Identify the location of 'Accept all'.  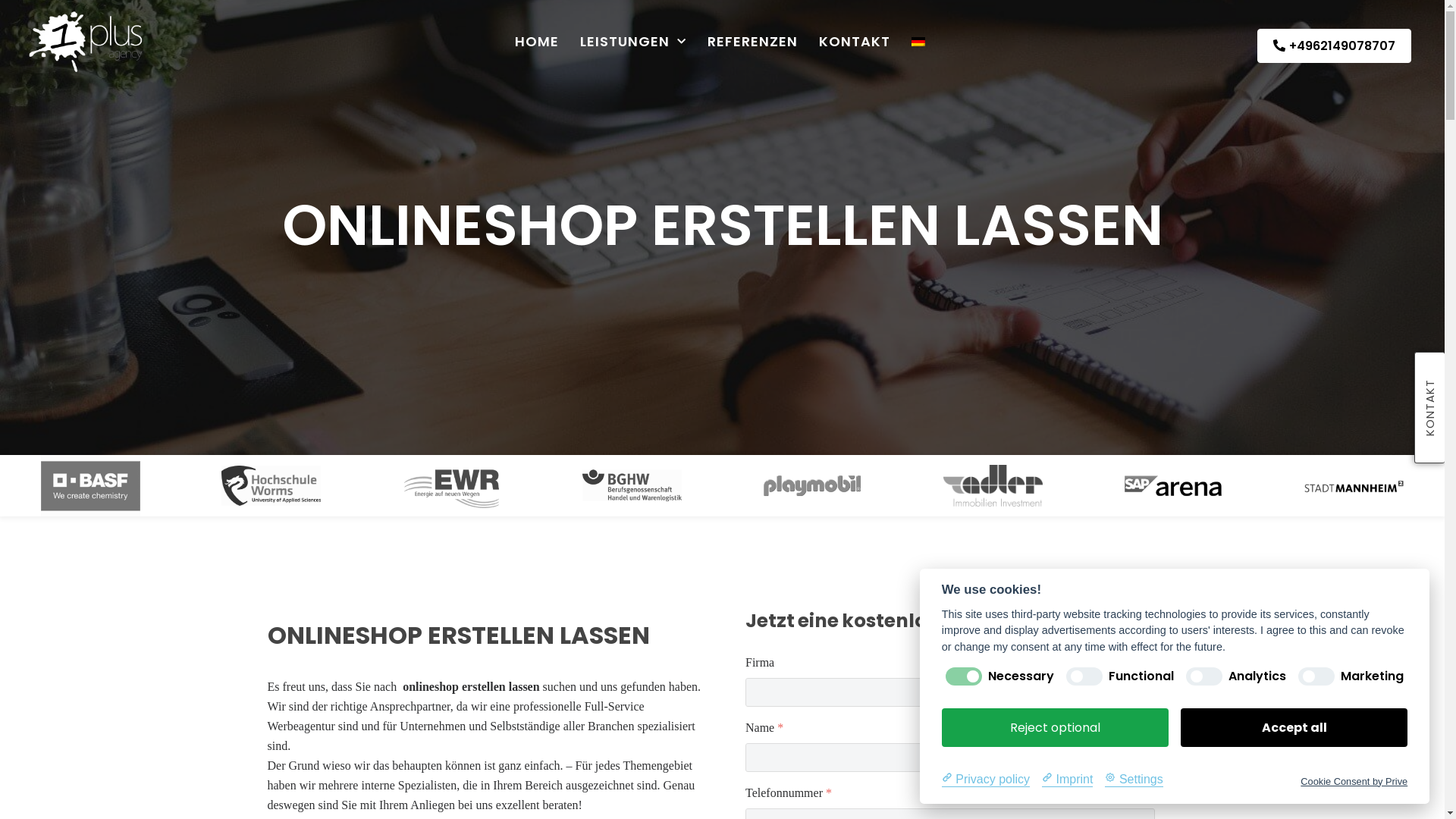
(1179, 726).